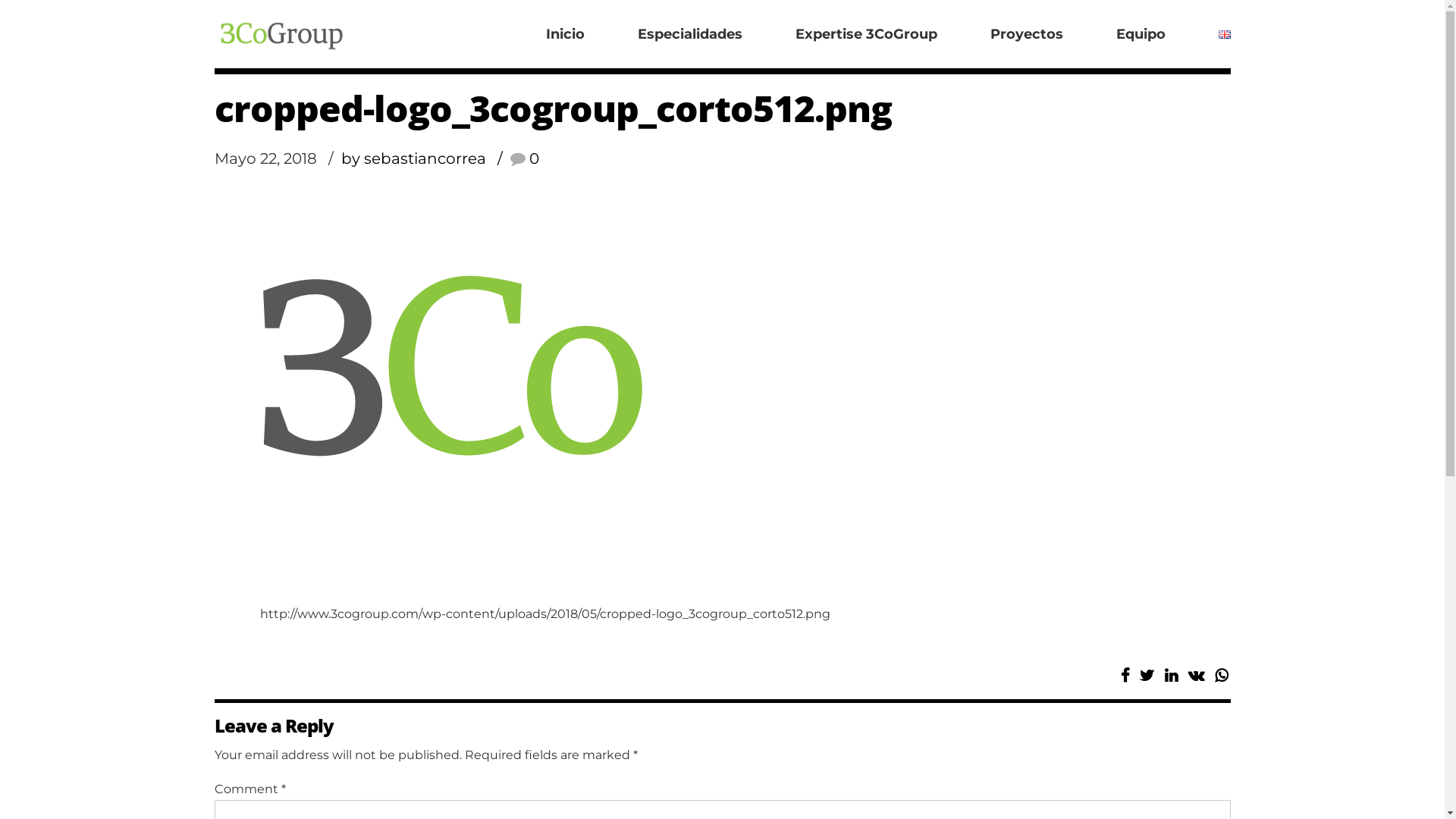 Image resolution: width=1456 pixels, height=819 pixels. Describe the element at coordinates (564, 34) in the screenshot. I see `'Inicio'` at that location.